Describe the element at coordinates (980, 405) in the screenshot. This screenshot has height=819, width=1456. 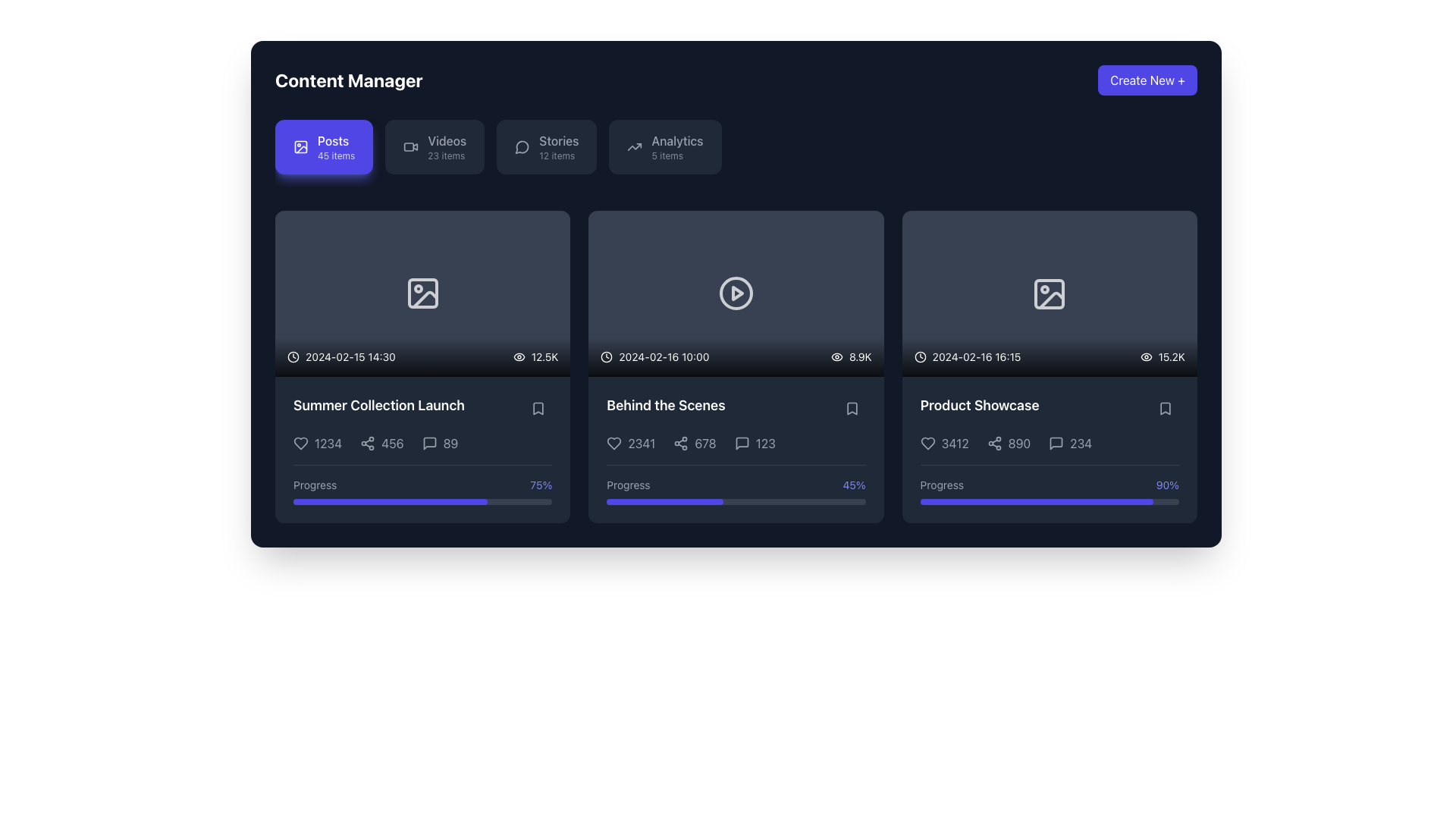
I see `the text label displaying 'Product Showcase' in bold white font, located at the bottom of the rightmost content card in a three-card layout` at that location.